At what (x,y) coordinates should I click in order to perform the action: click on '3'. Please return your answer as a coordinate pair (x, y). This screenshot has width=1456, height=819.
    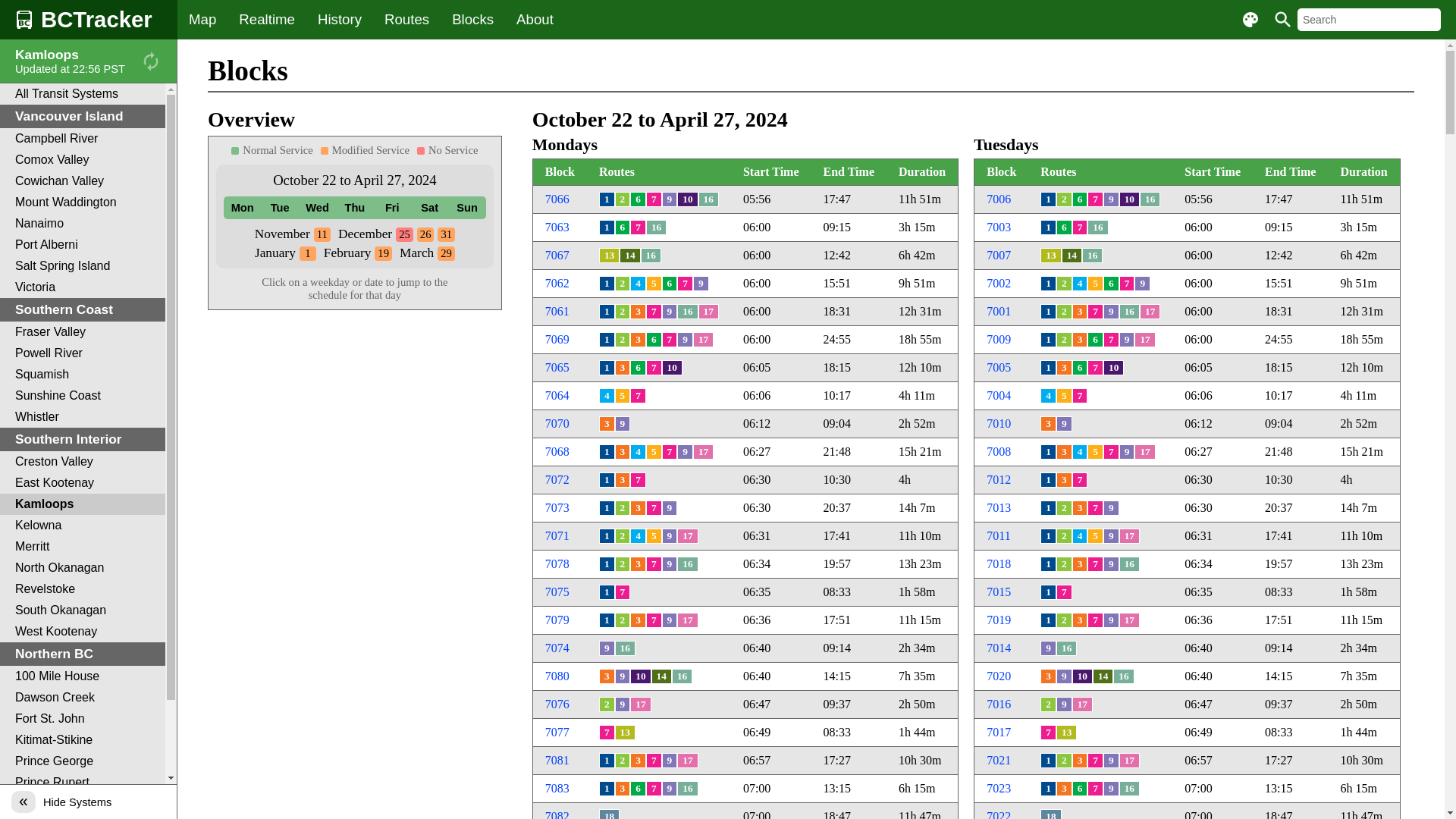
    Looking at the image, I should click on (623, 479).